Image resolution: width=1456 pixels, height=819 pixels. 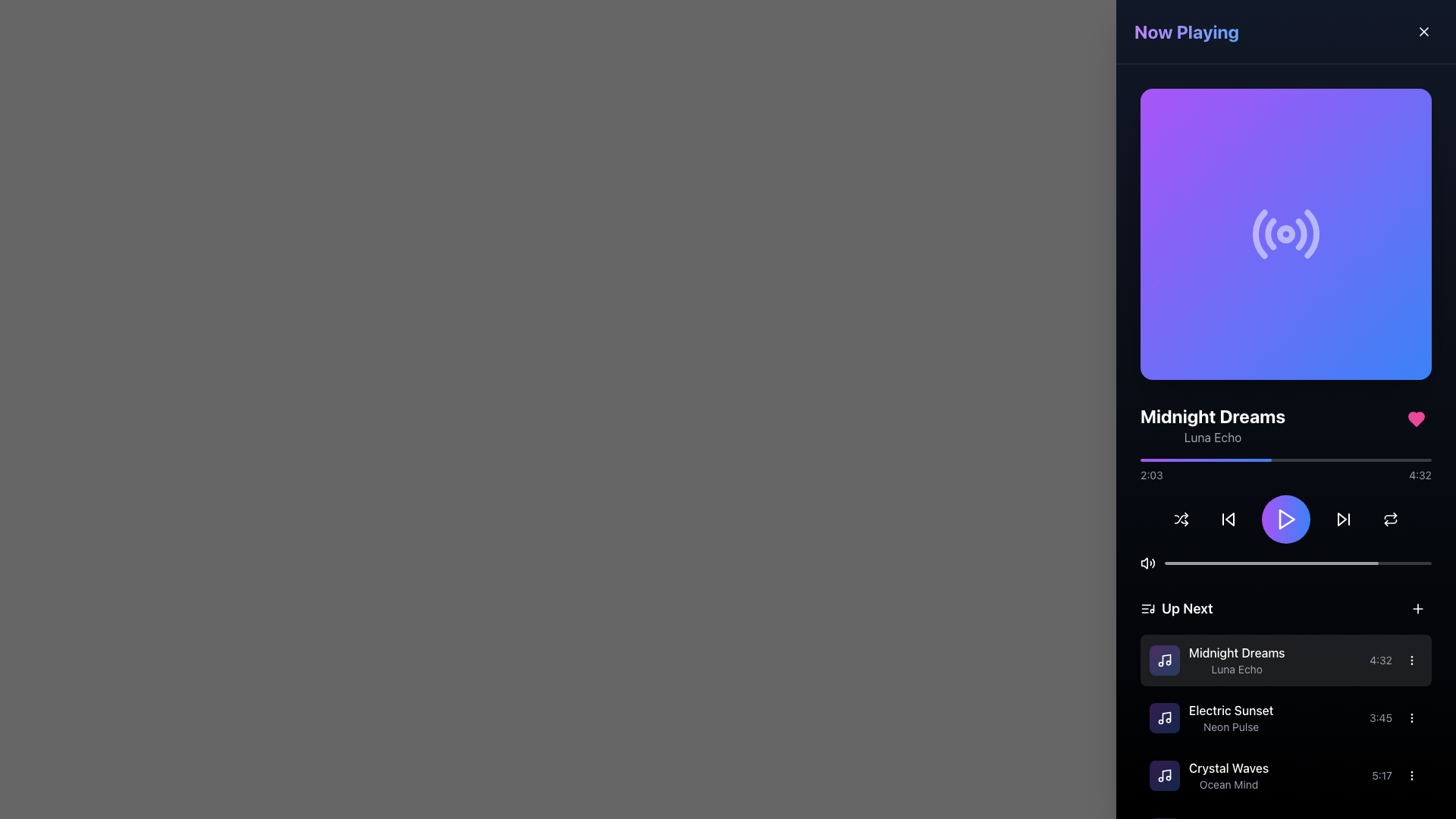 I want to click on the progress bar indicating the playback progress of the currently playing media track, located above the time indicators and below the song title 'Midnight Dreams', so click(x=1285, y=459).